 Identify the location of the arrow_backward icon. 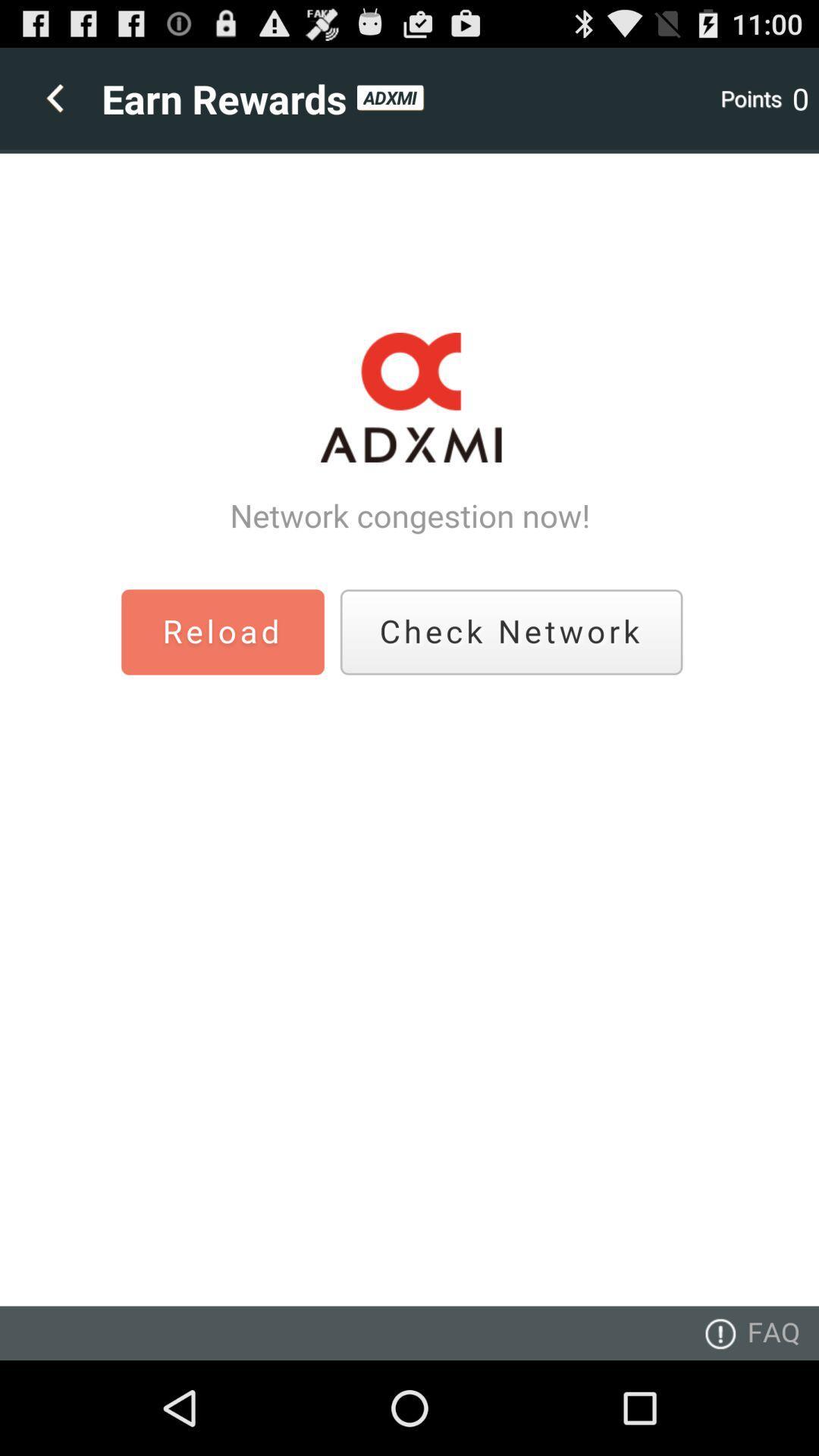
(49, 105).